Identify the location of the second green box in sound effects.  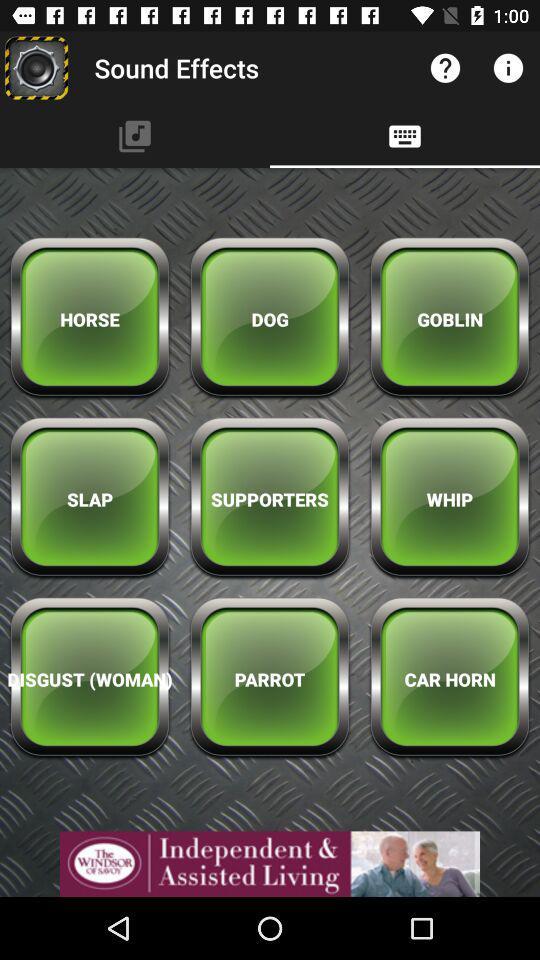
(270, 319).